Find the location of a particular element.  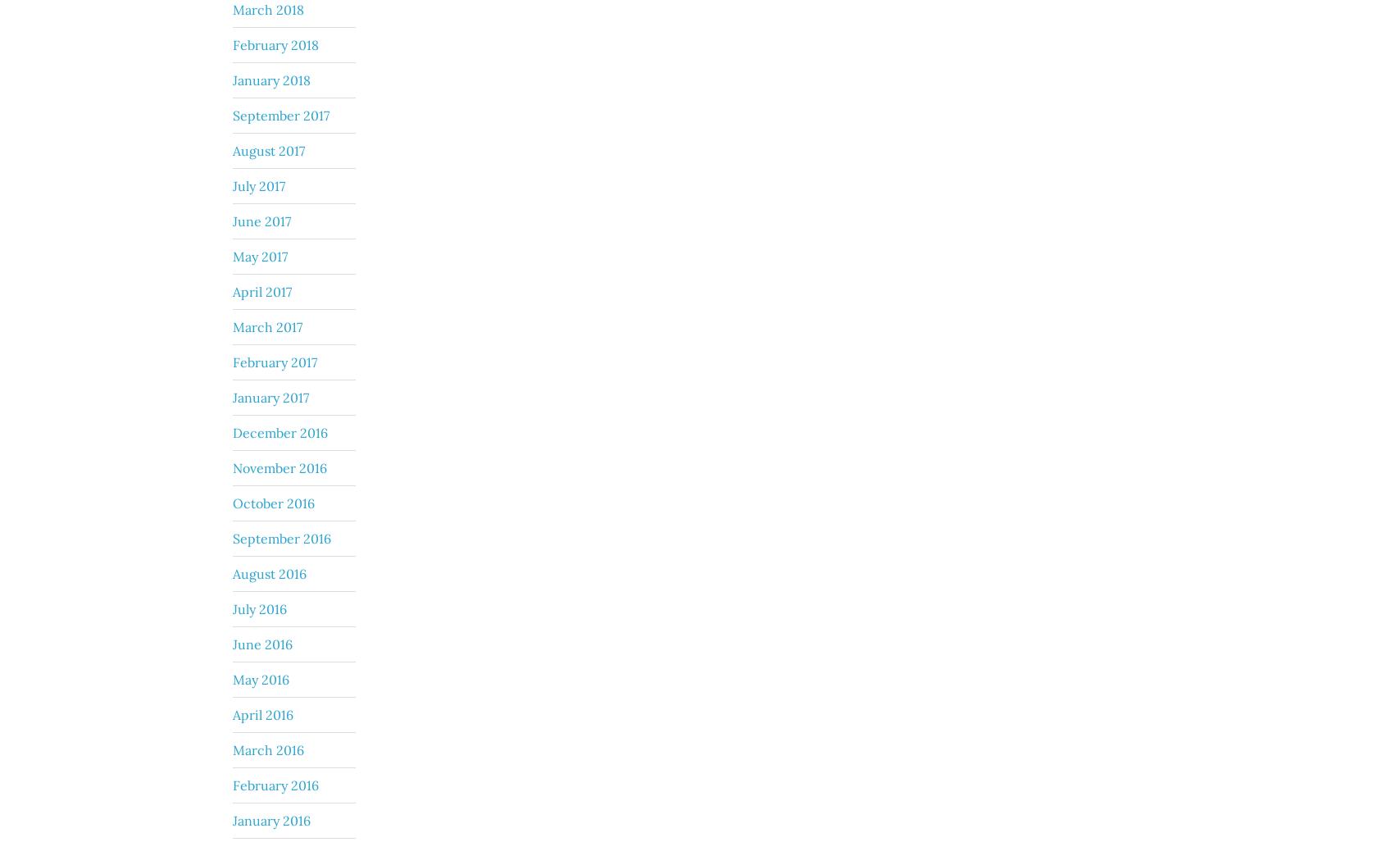

'April 2016' is located at coordinates (262, 712).